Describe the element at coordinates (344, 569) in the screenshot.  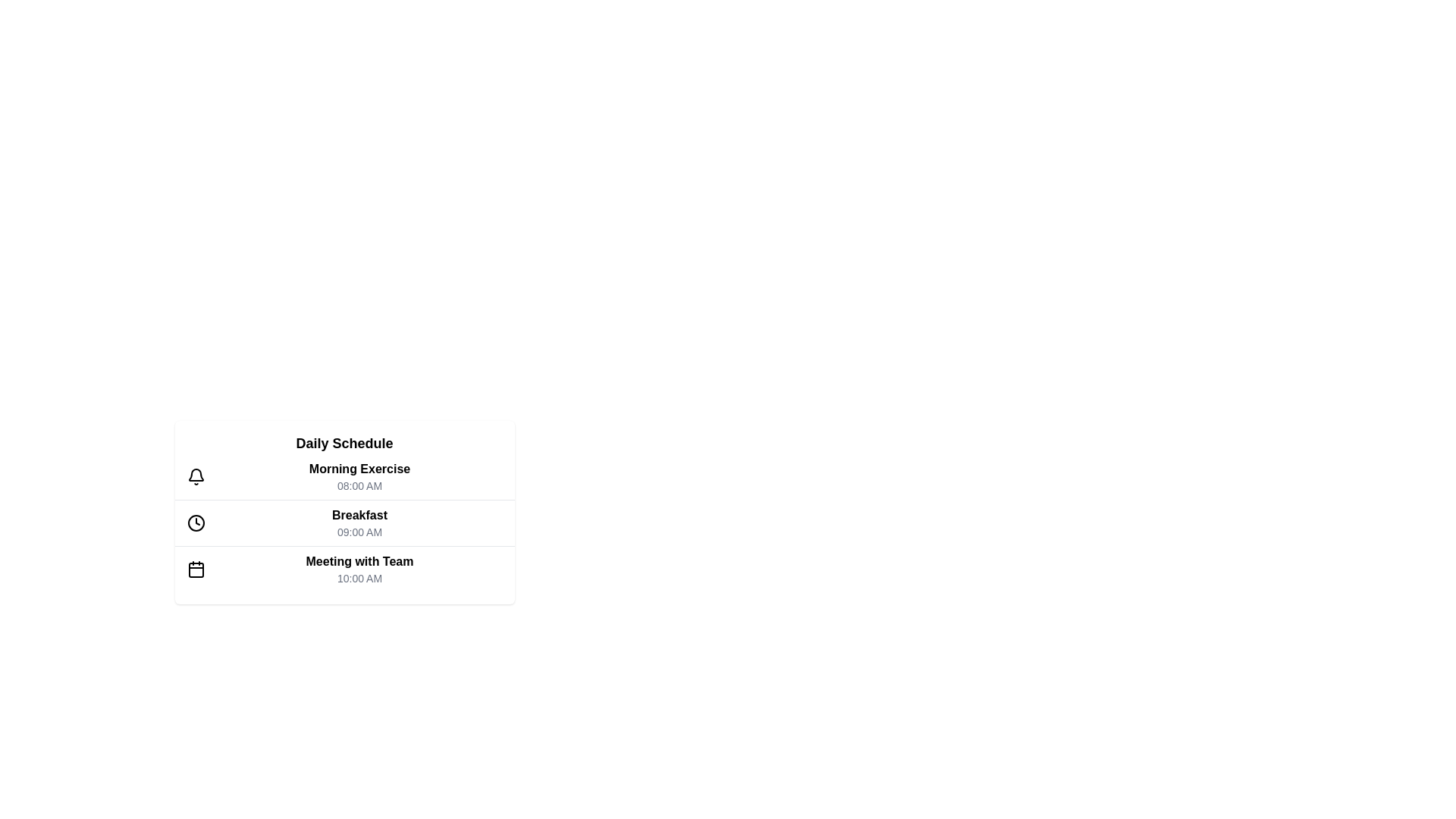
I see `the Information Card element that displays 'Meeting with Team' in bold and '10:00 AM' in gray font, located below 'Breakfast 09:00 AM'` at that location.